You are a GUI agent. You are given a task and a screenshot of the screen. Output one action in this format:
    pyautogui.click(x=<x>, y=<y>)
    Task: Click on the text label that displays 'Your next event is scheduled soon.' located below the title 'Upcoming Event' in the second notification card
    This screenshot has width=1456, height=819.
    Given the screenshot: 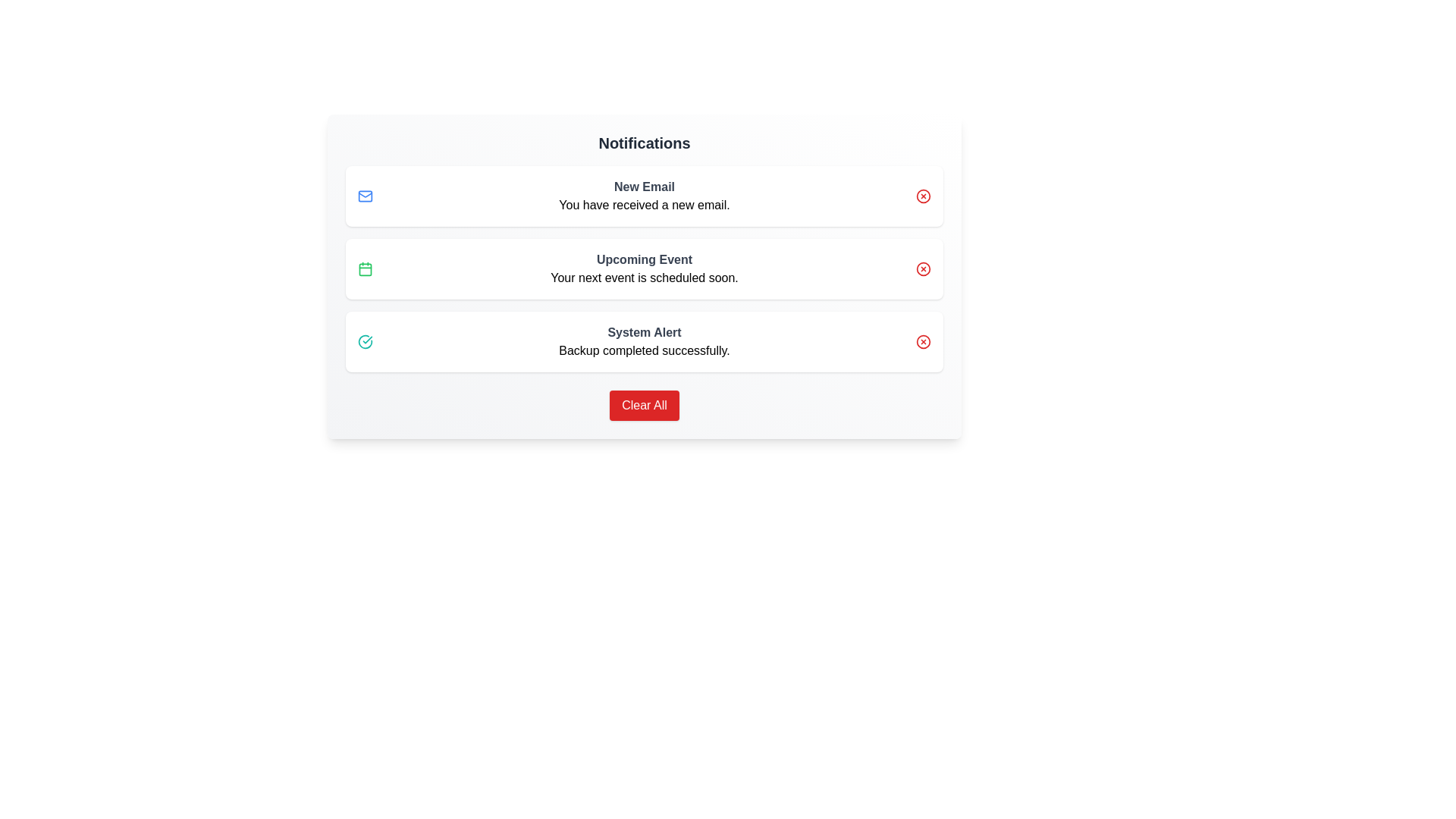 What is the action you would take?
    pyautogui.click(x=644, y=278)
    